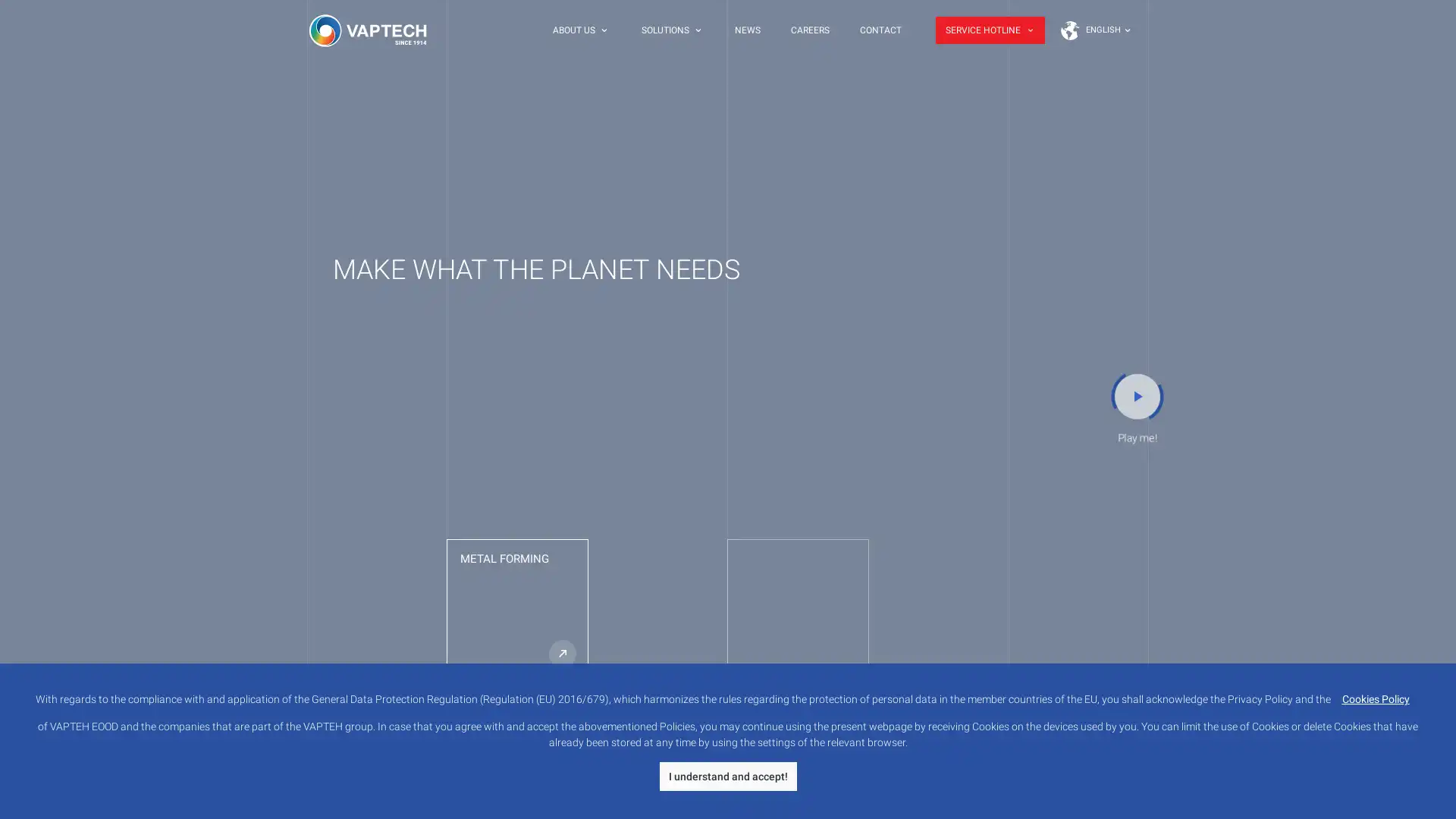  Describe the element at coordinates (990, 30) in the screenshot. I see `SERVICE HOTLINE keyboard_arrow_down` at that location.